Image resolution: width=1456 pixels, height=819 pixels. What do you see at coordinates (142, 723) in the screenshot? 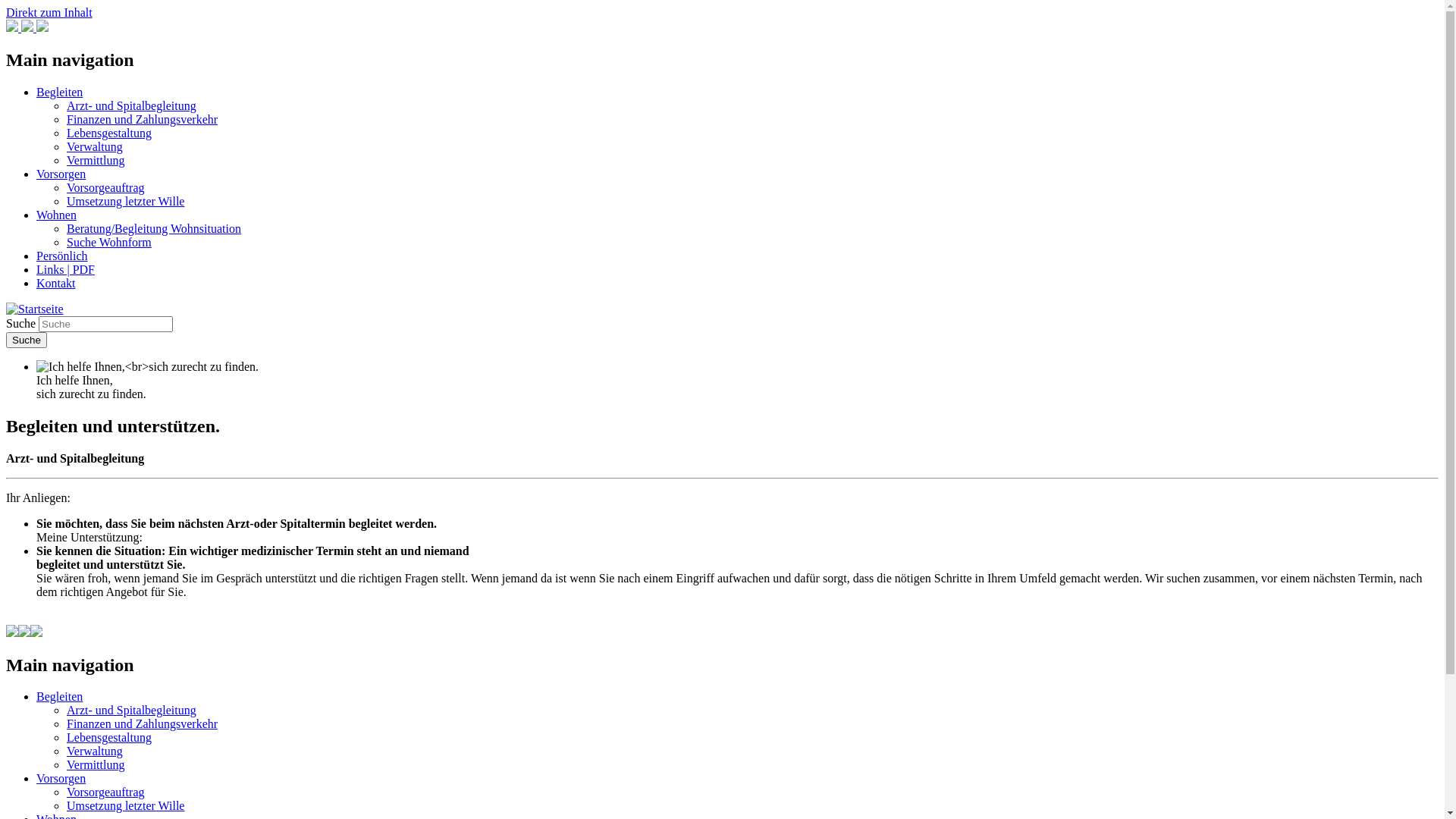
I see `'Finanzen und Zahlungsverkehr'` at bounding box center [142, 723].